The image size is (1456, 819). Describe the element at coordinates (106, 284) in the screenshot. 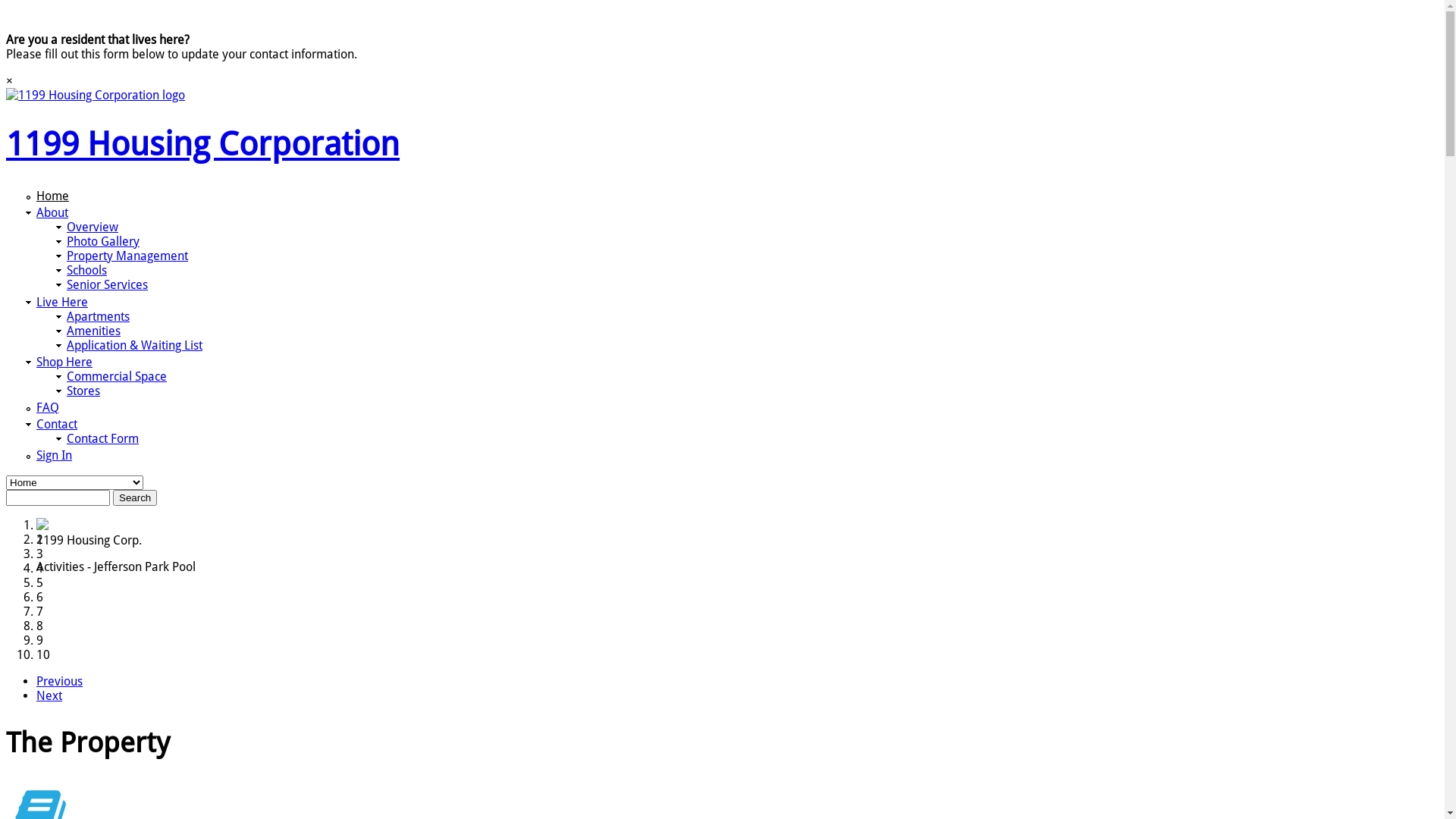

I see `'Senior Services'` at that location.